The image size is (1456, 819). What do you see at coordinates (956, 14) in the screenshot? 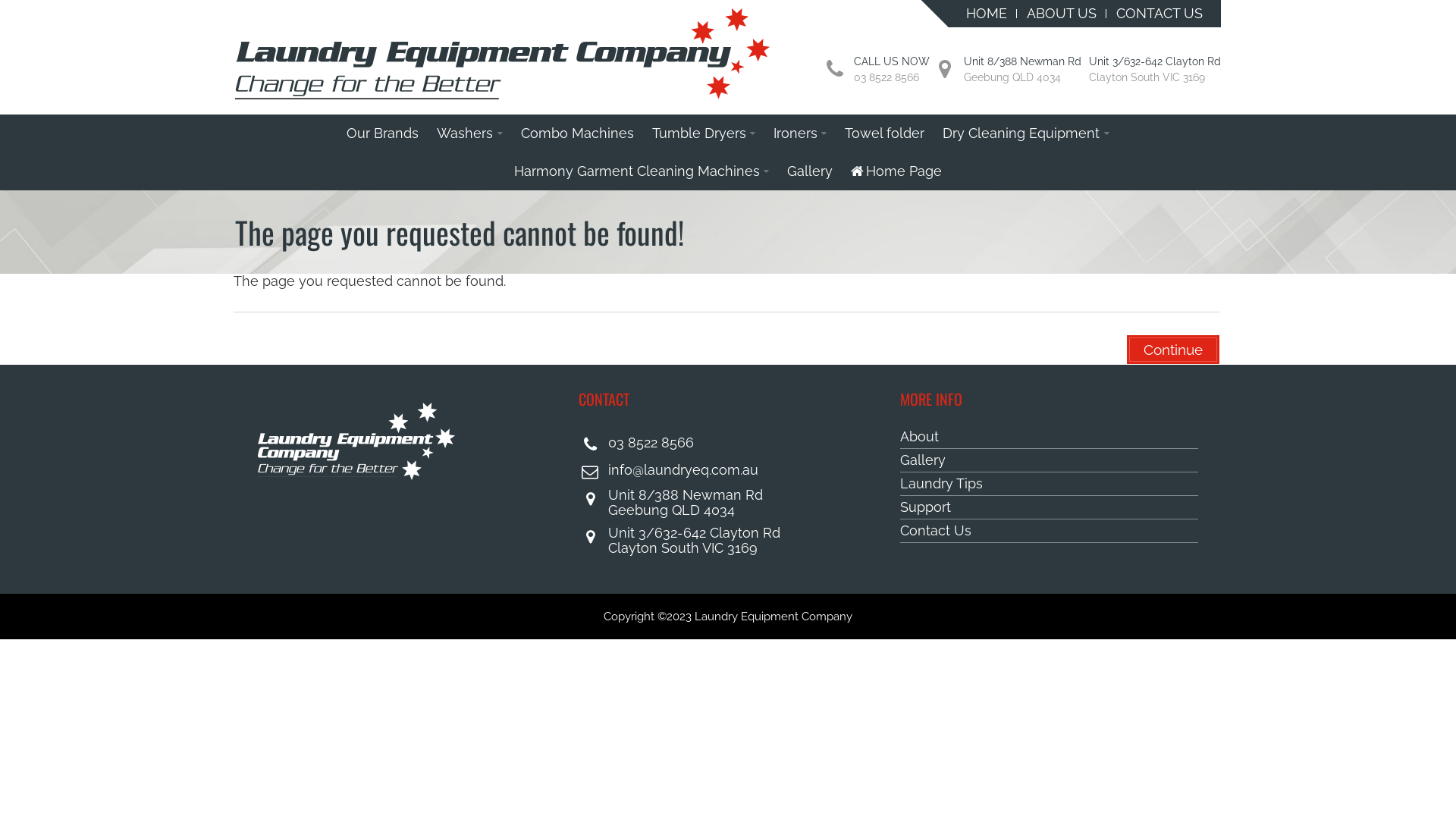
I see `'HOME'` at bounding box center [956, 14].